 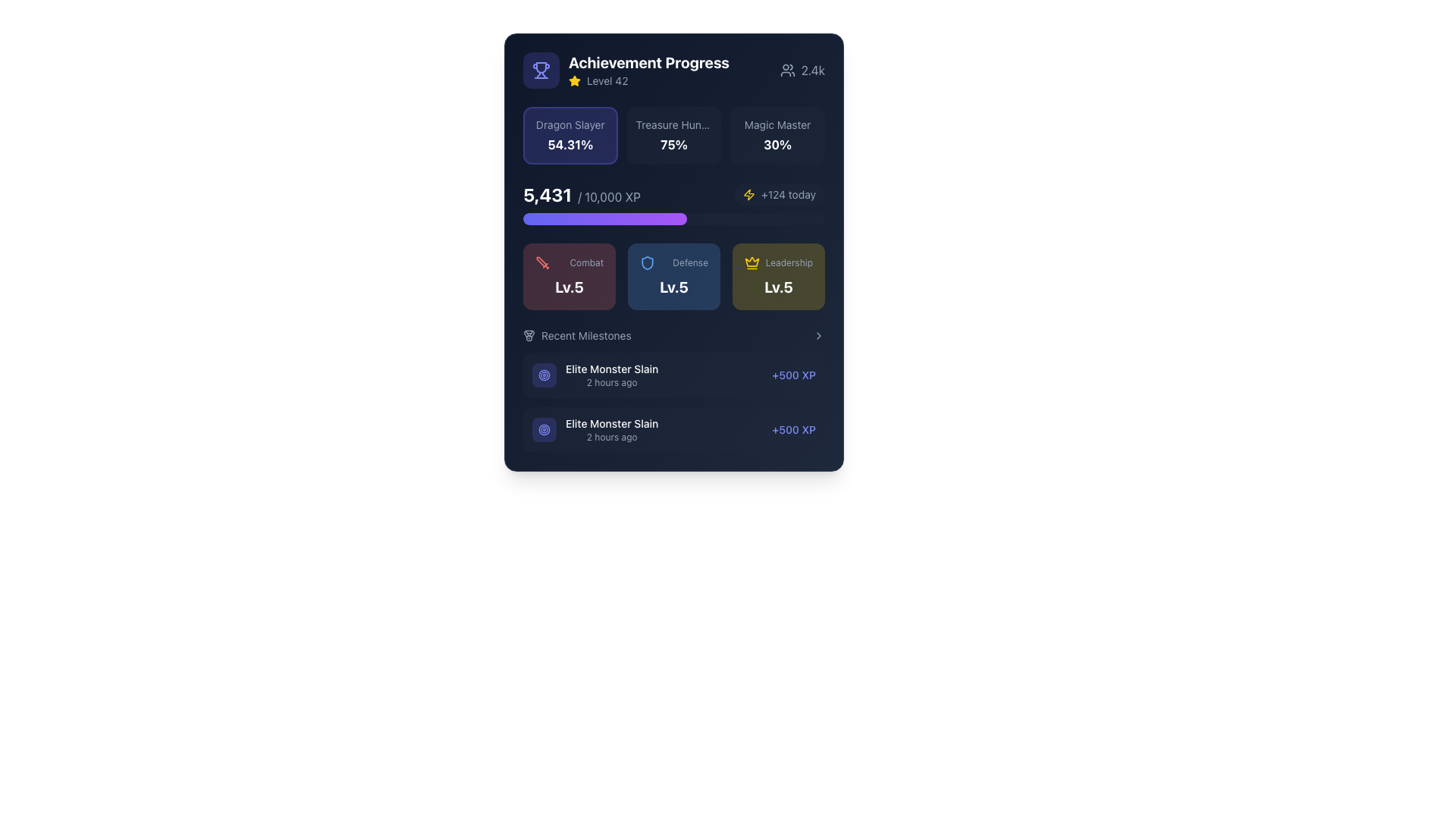 What do you see at coordinates (673, 287) in the screenshot?
I see `the text label indicating 'Lv.5', styled in bold white font against a blue background, located under the 'Defense' icon and label` at bounding box center [673, 287].